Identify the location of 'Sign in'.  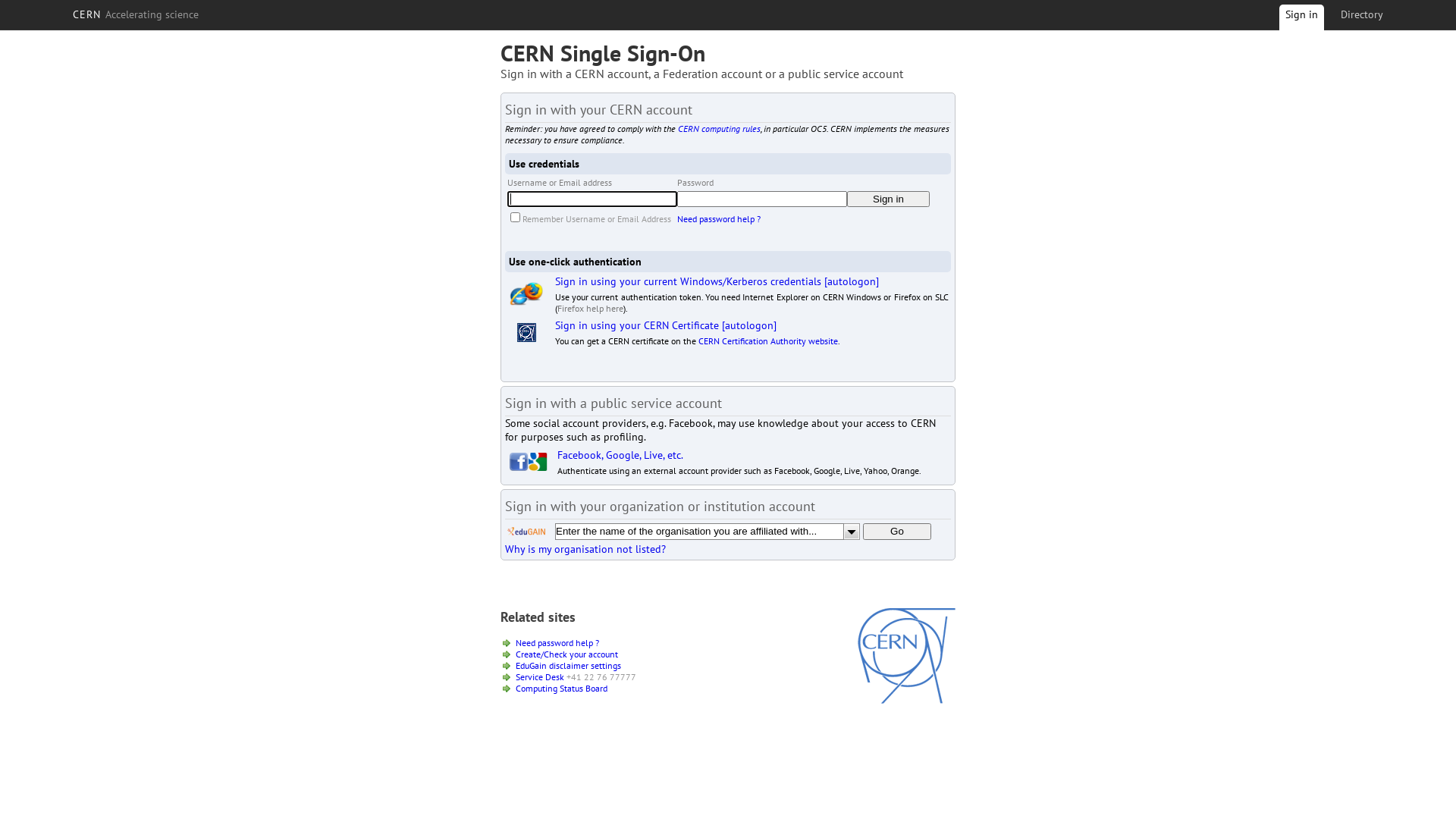
(888, 198).